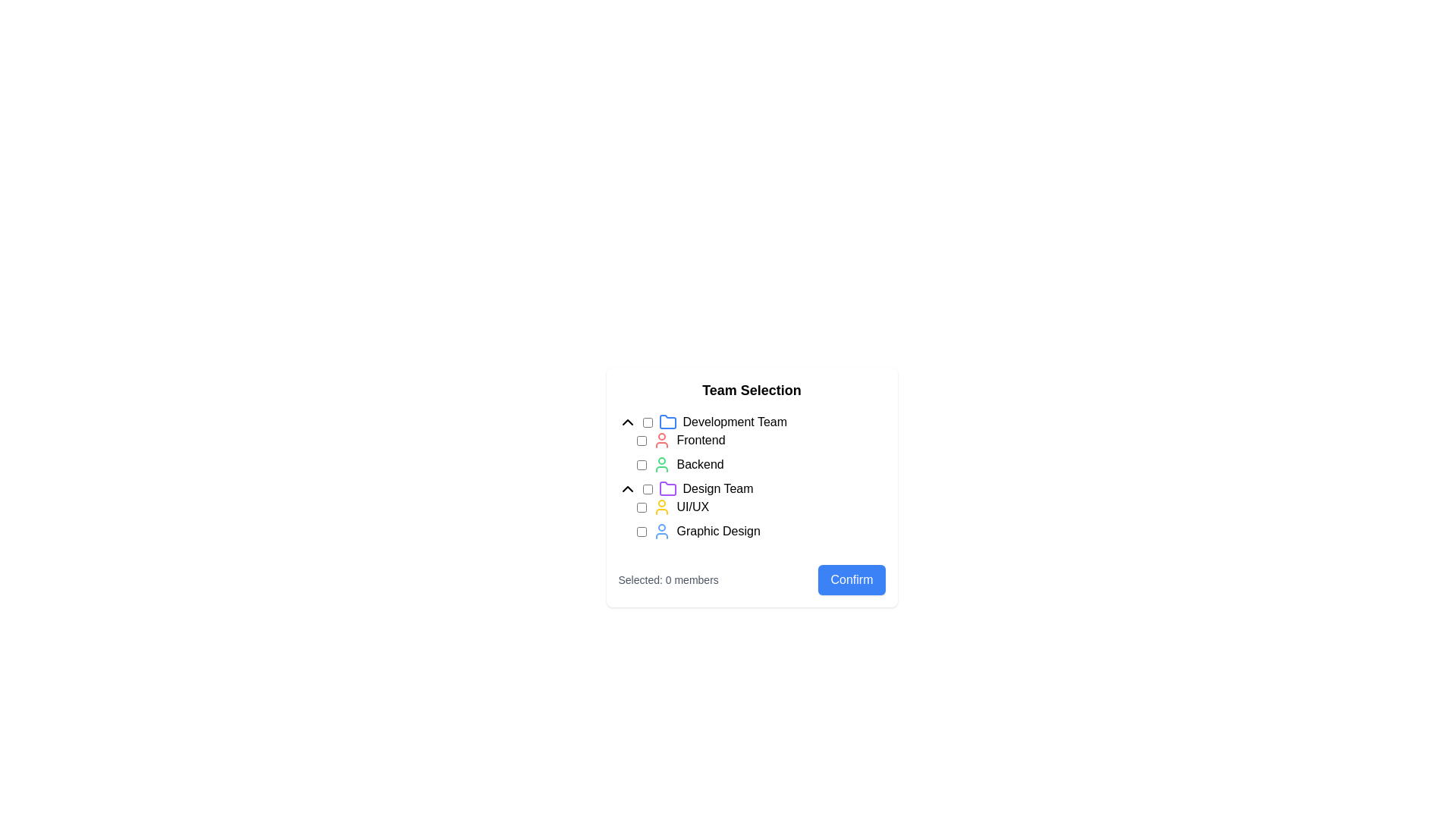  I want to click on the green user silhouette icon located in the 'Backend' row of the 'Development Team' section, which is the second icon in that row, so click(661, 464).